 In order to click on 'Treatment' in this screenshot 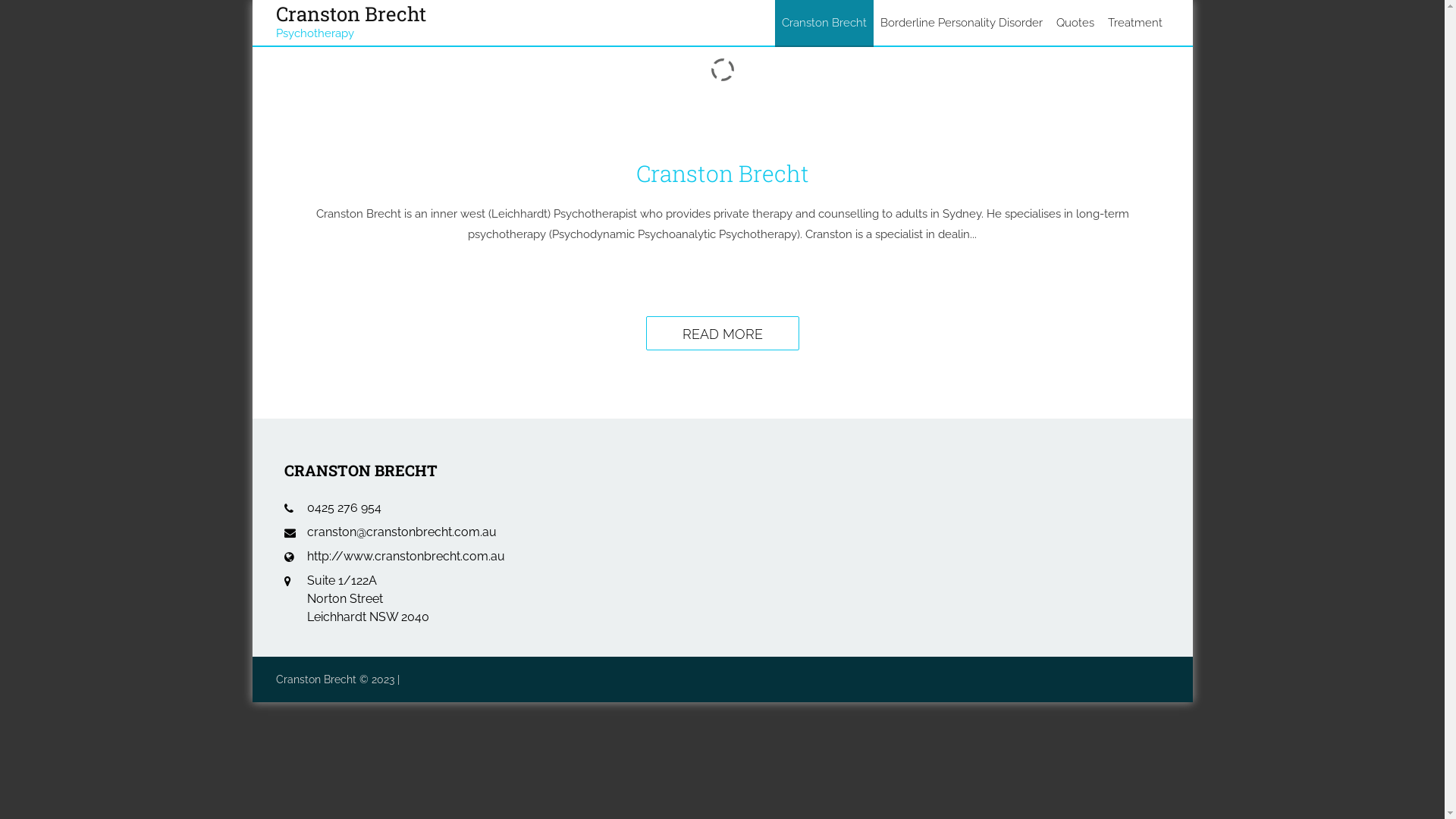, I will do `click(1135, 23)`.